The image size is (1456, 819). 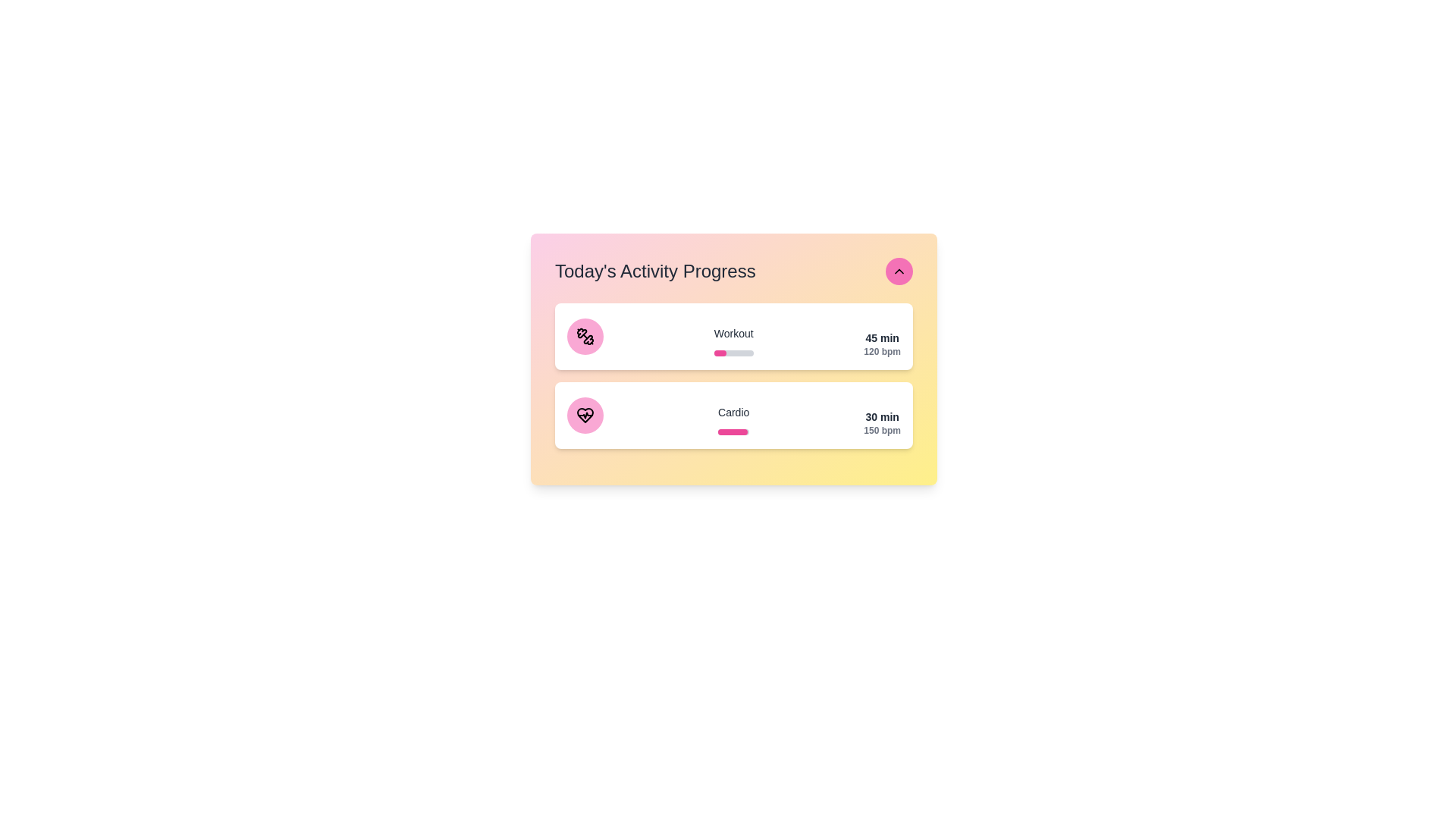 I want to click on the text label indicating the duration of 45 minutes for the workout activity, which is located at the top-right corner of the light gray 'Workout' card, so click(x=882, y=337).